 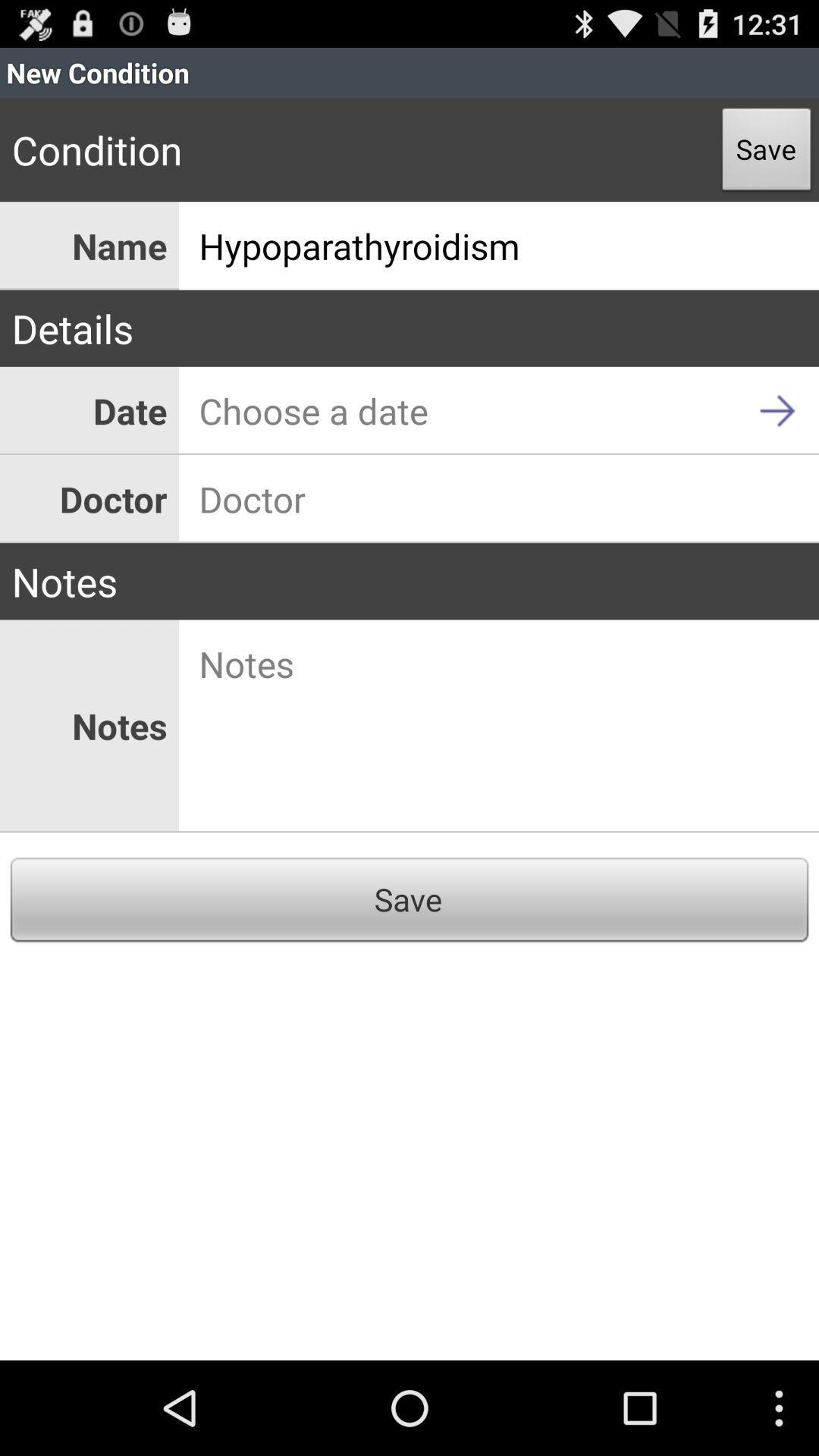 What do you see at coordinates (499, 725) in the screenshot?
I see `write coments` at bounding box center [499, 725].